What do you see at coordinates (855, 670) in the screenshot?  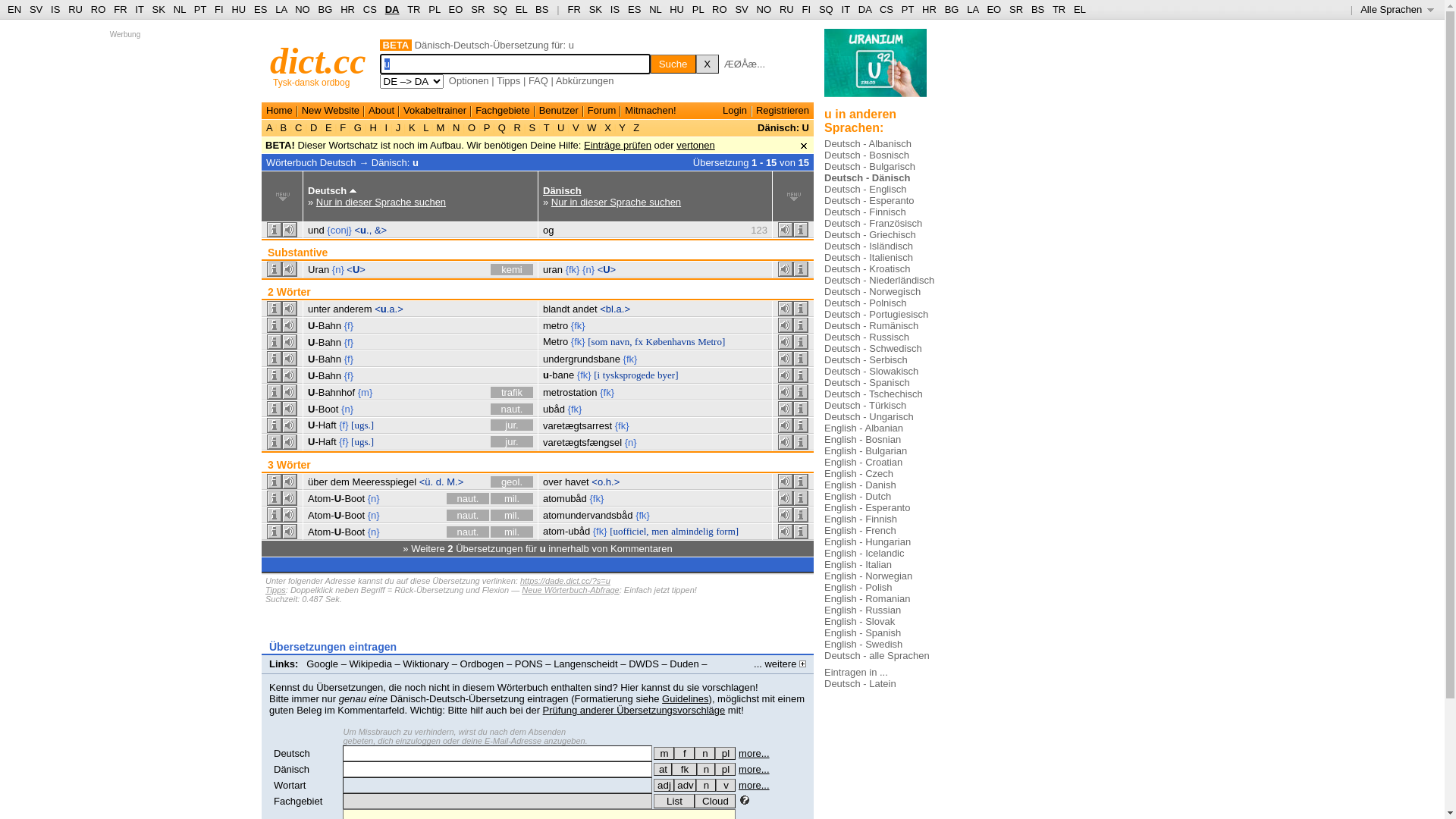 I see `'Eintragen in ...'` at bounding box center [855, 670].